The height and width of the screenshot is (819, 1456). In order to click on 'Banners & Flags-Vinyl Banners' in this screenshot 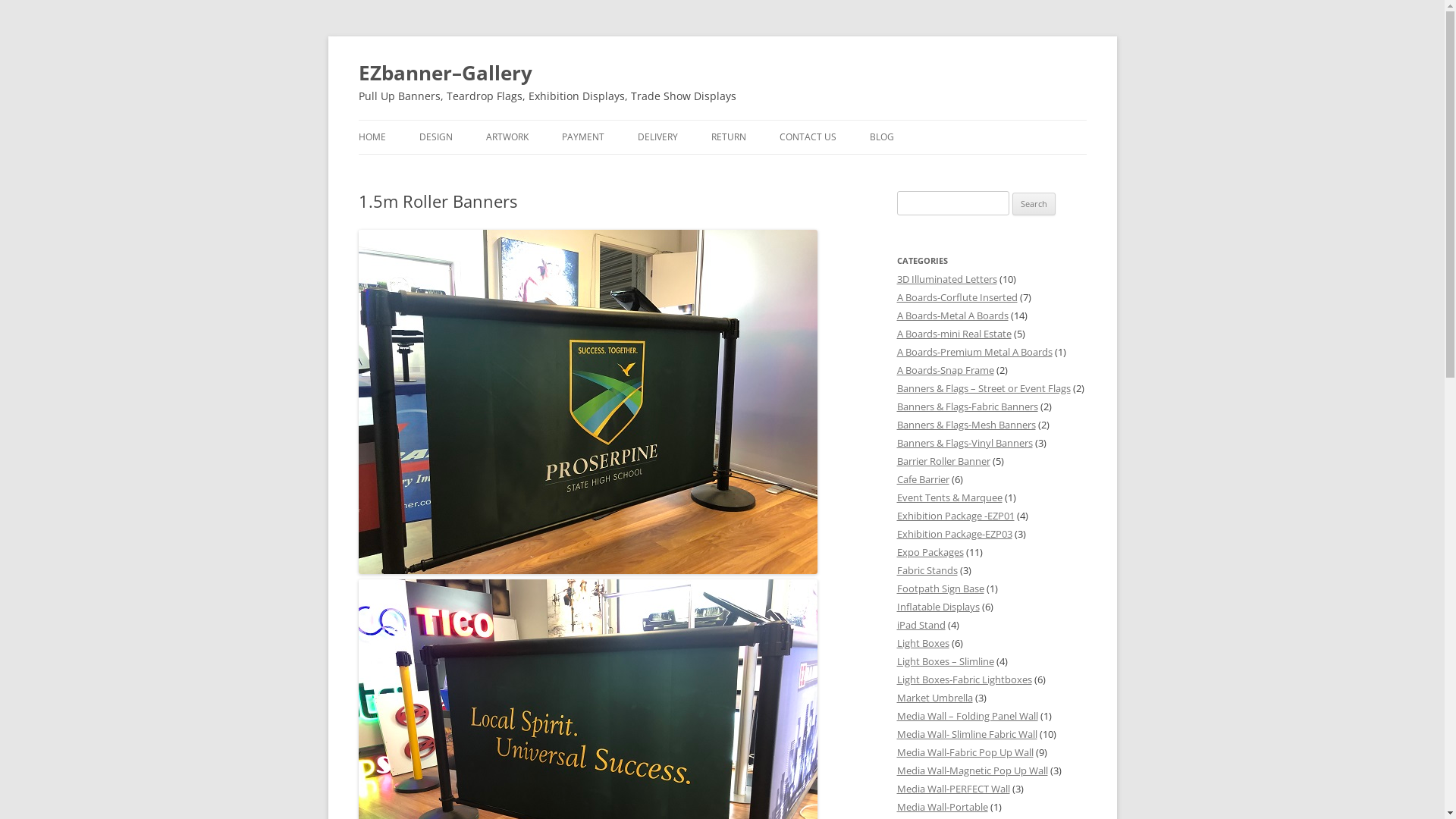, I will do `click(963, 442)`.